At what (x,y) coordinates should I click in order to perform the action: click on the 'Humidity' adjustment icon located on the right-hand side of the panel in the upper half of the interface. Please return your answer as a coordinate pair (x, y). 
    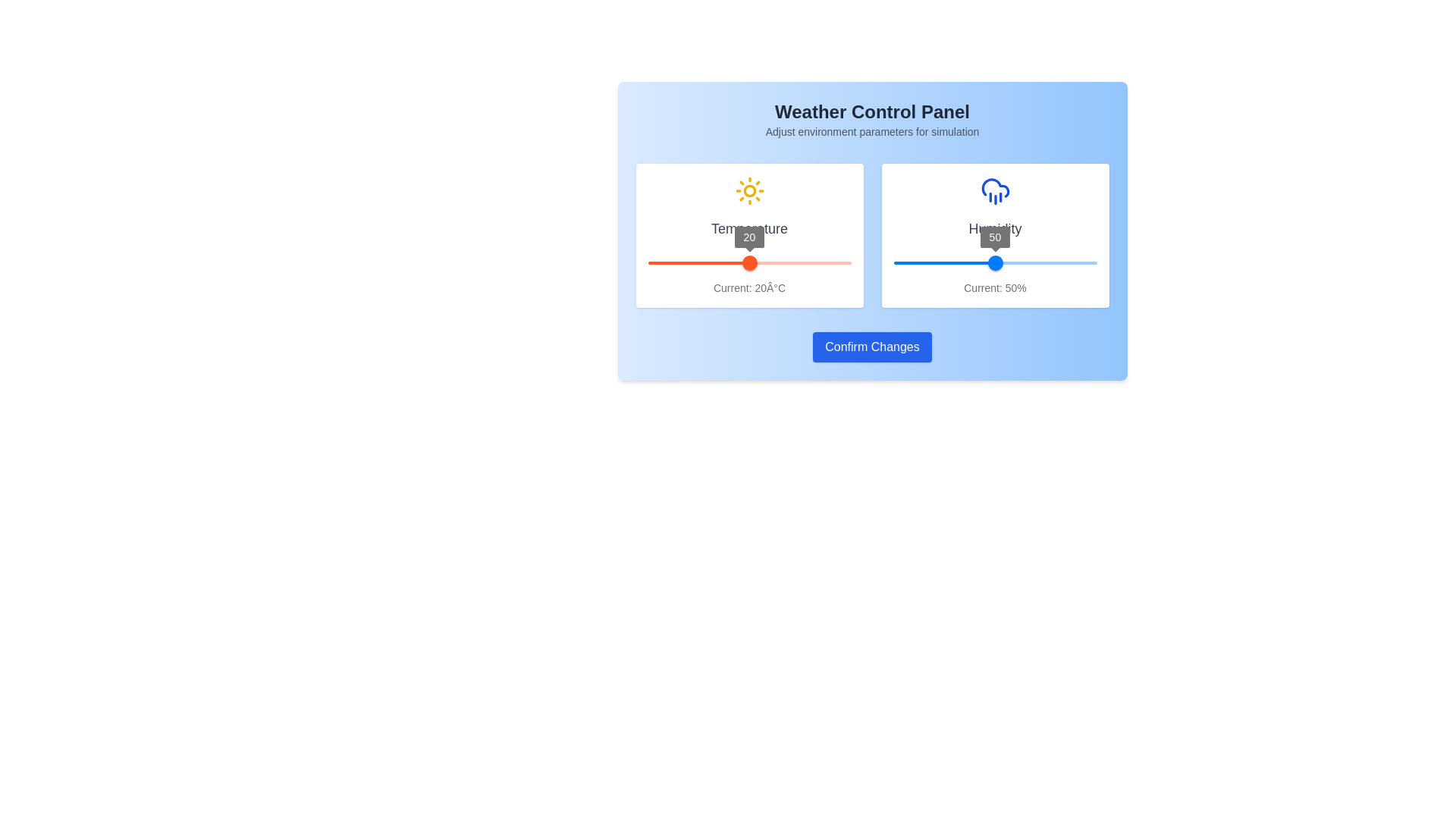
    Looking at the image, I should click on (995, 187).